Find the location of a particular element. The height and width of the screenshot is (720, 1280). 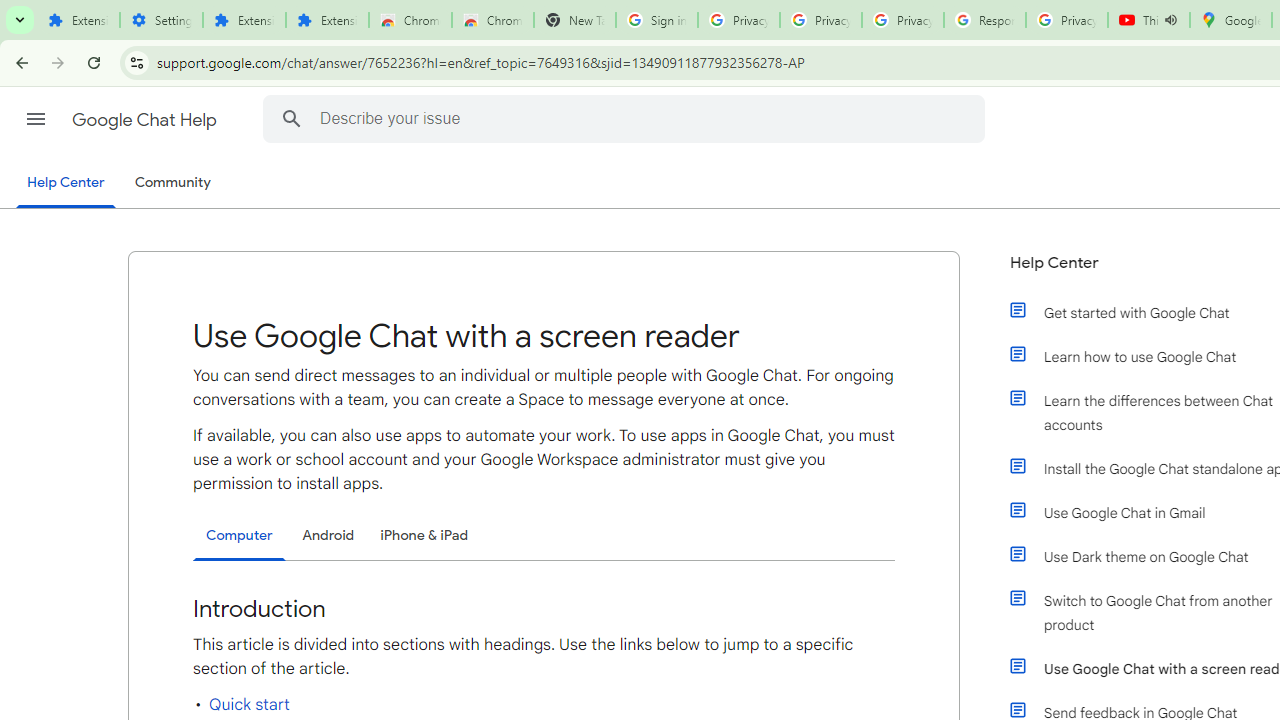

'Main menu' is located at coordinates (35, 119).